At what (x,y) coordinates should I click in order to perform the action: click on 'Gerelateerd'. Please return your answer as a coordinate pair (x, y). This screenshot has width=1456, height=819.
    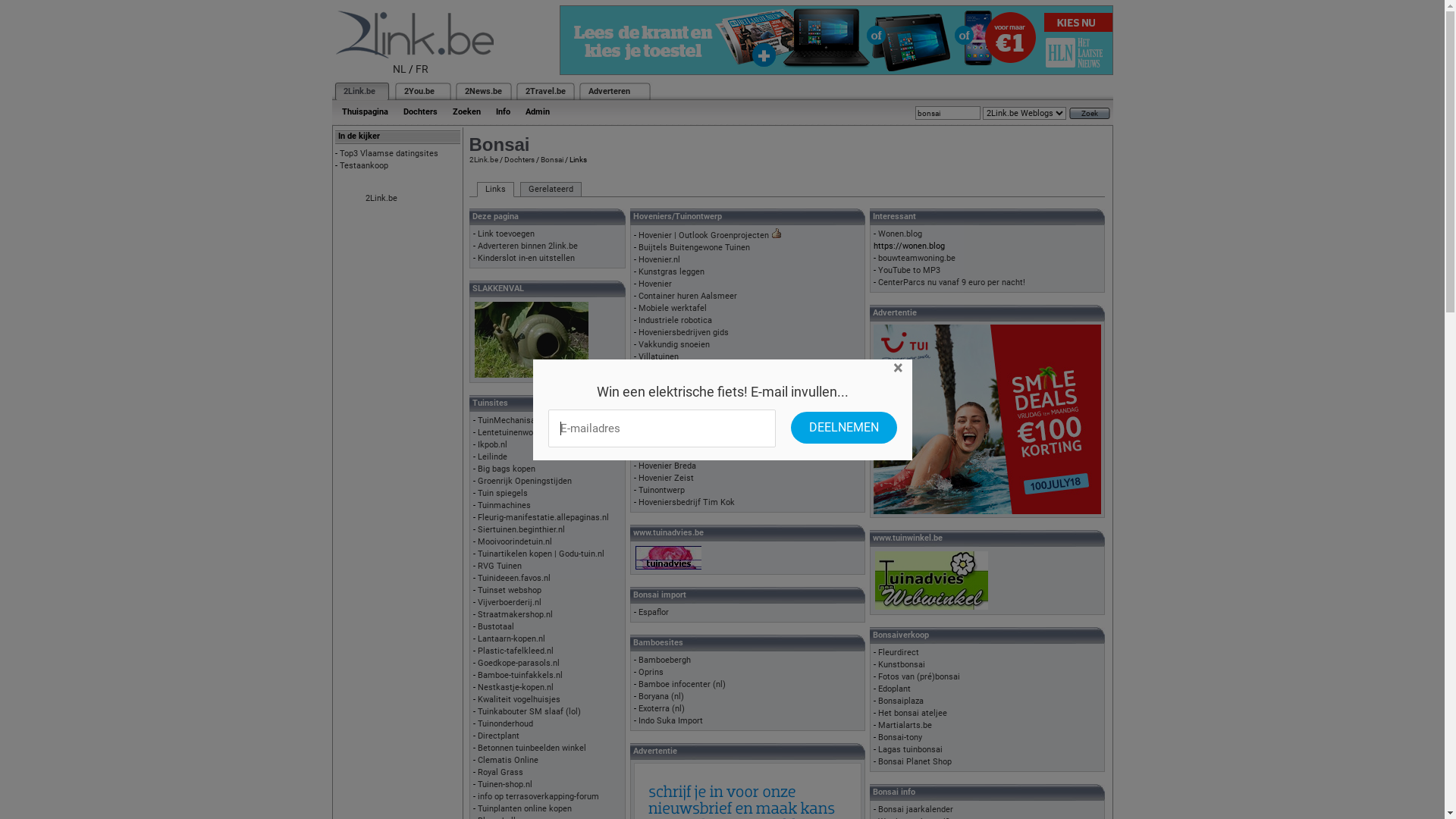
    Looking at the image, I should click on (550, 189).